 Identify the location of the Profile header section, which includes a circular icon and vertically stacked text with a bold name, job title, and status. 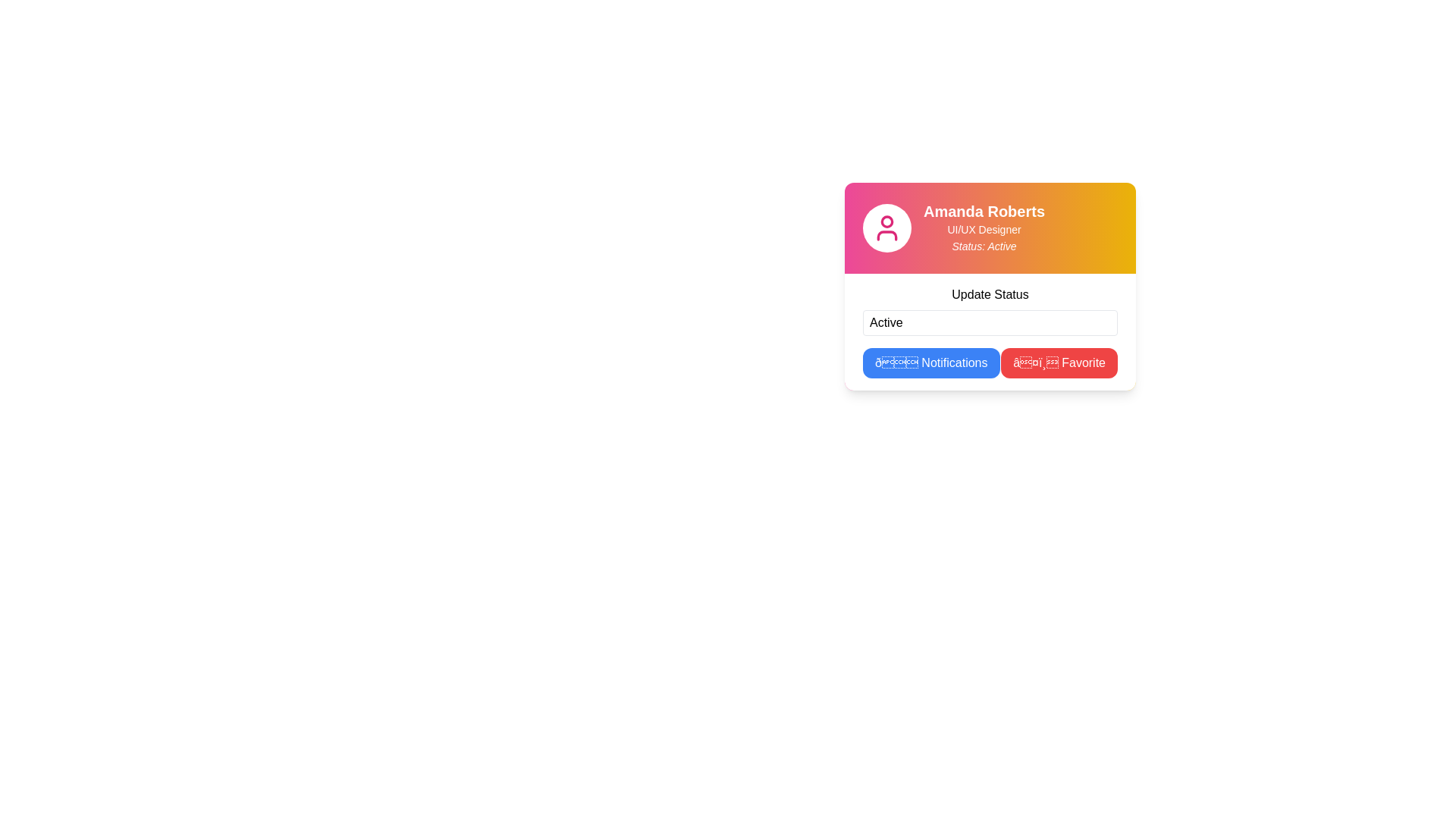
(990, 227).